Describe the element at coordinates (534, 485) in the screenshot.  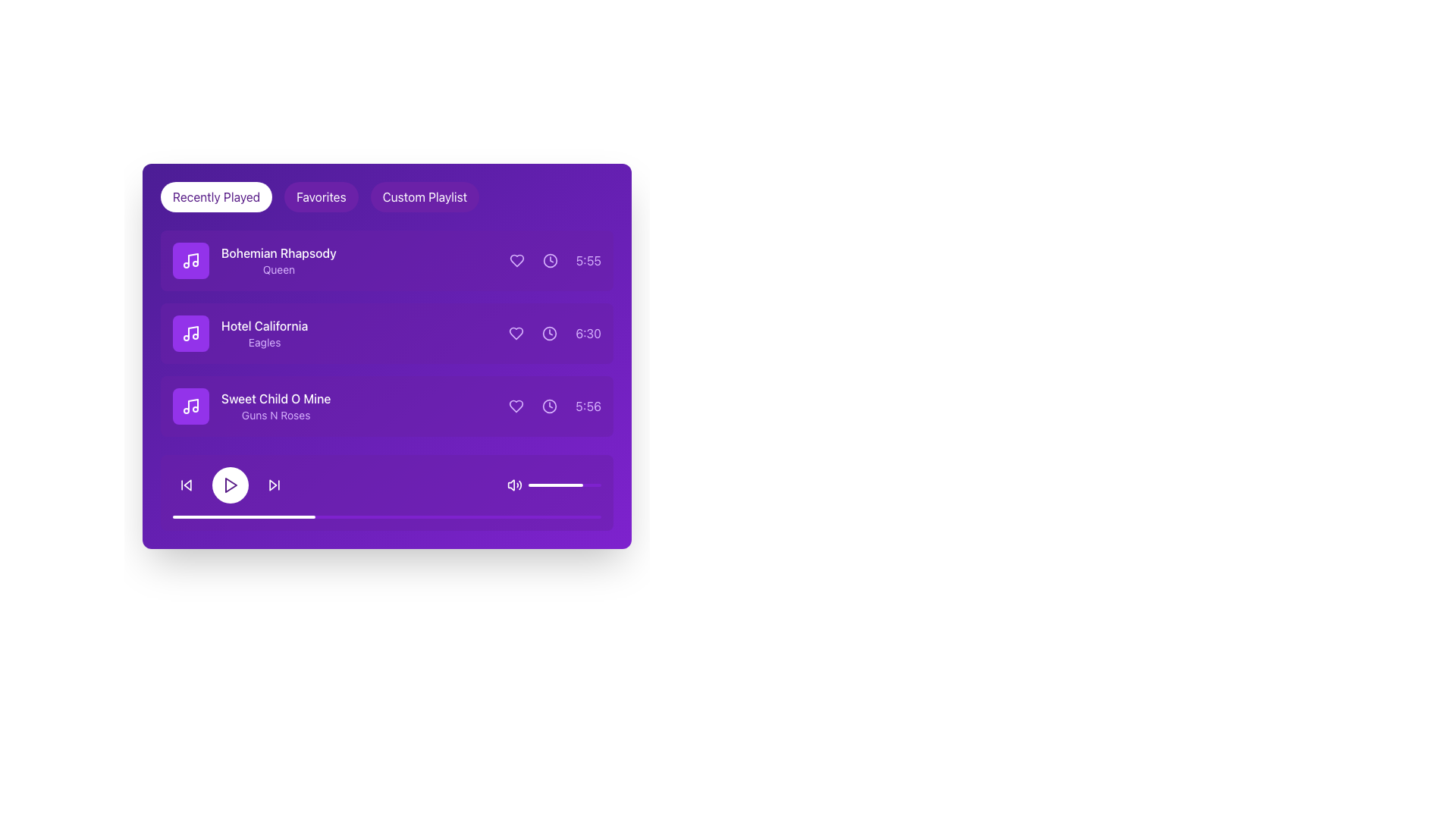
I see `the volume level` at that location.